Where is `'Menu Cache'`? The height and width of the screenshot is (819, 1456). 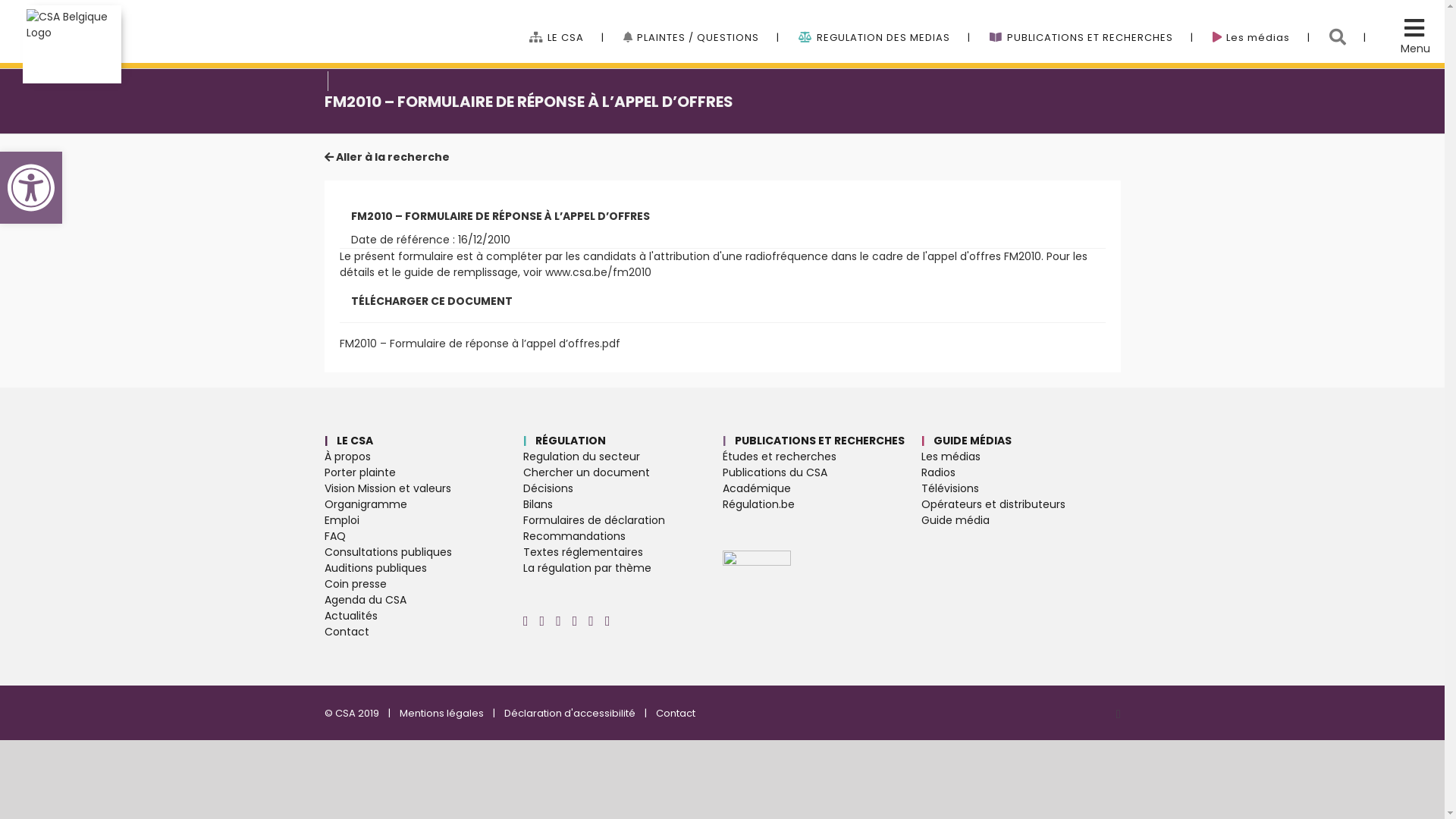 'Menu Cache' is located at coordinates (1400, 32).